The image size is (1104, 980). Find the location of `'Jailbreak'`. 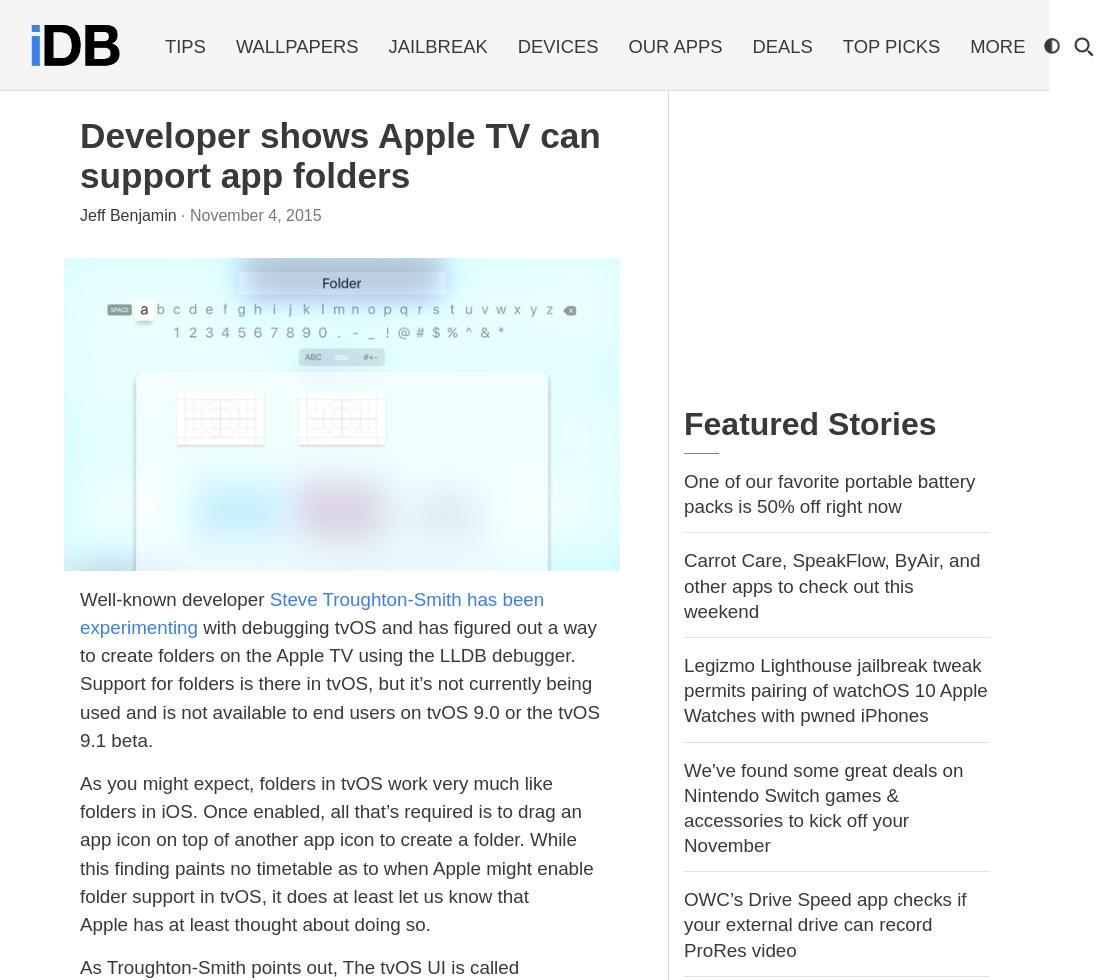

'Jailbreak' is located at coordinates (437, 46).